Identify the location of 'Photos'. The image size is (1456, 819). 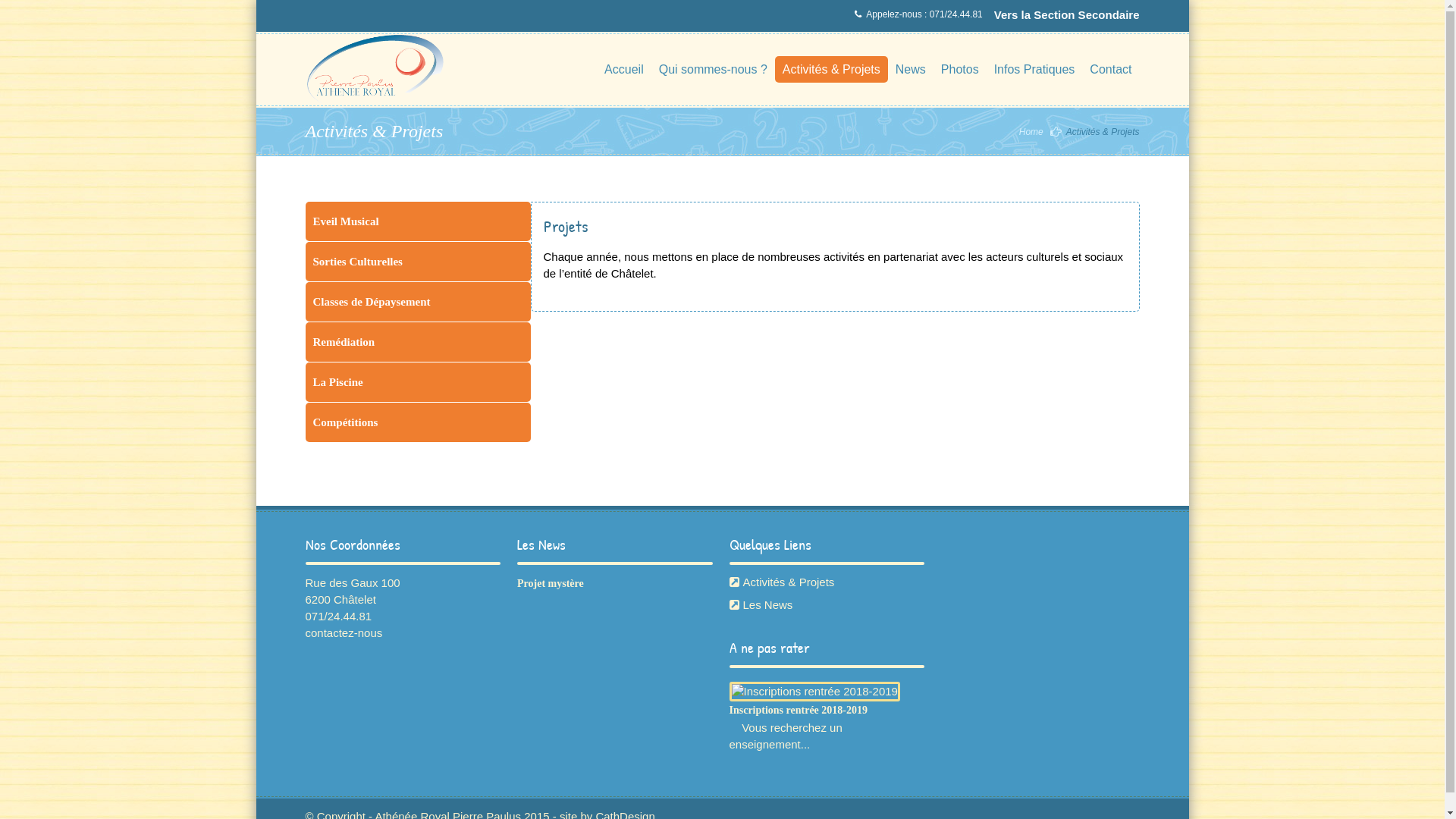
(959, 69).